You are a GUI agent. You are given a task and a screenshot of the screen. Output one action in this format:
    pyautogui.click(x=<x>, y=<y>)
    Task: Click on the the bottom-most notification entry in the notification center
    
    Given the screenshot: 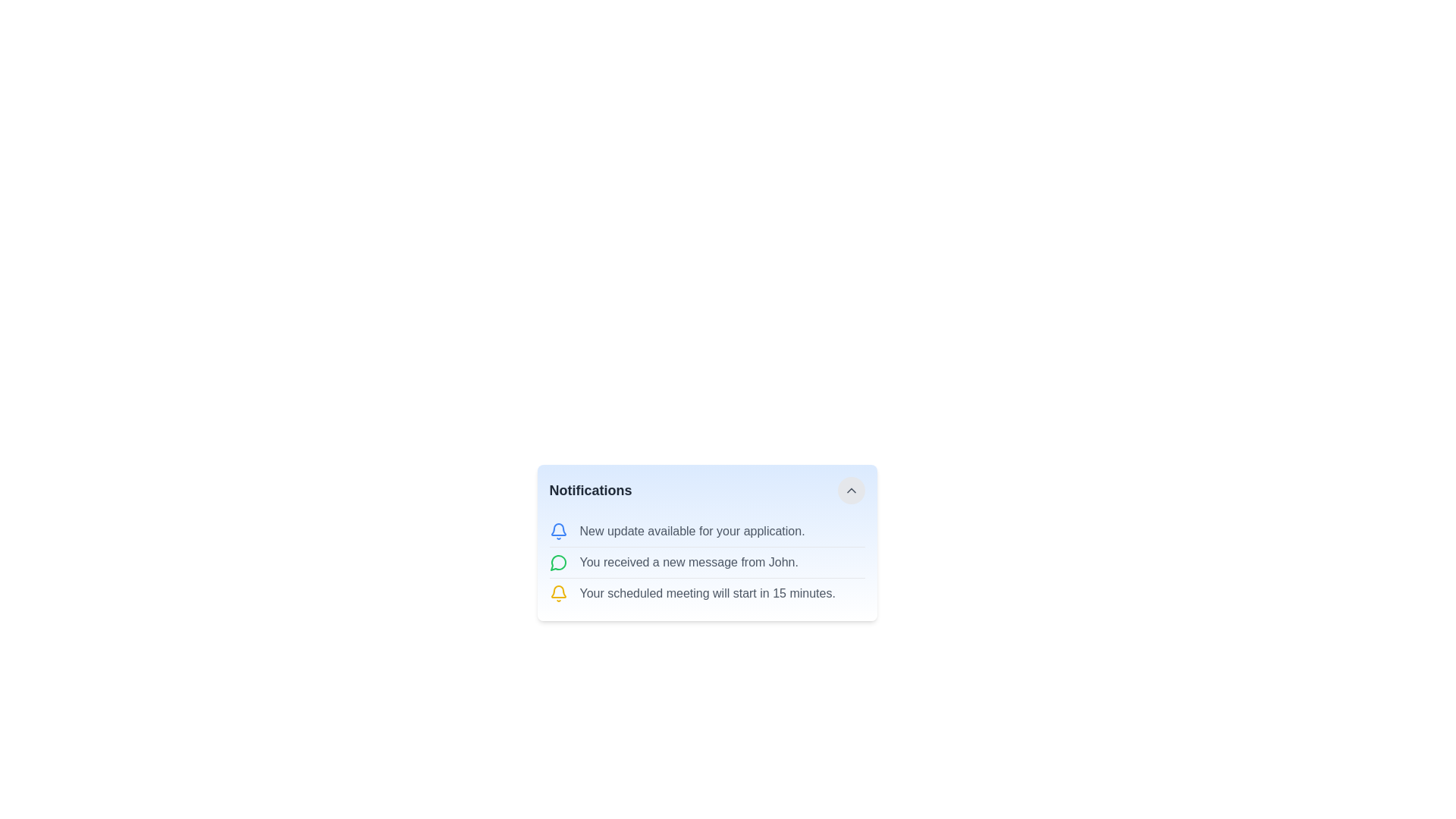 What is the action you would take?
    pyautogui.click(x=706, y=585)
    